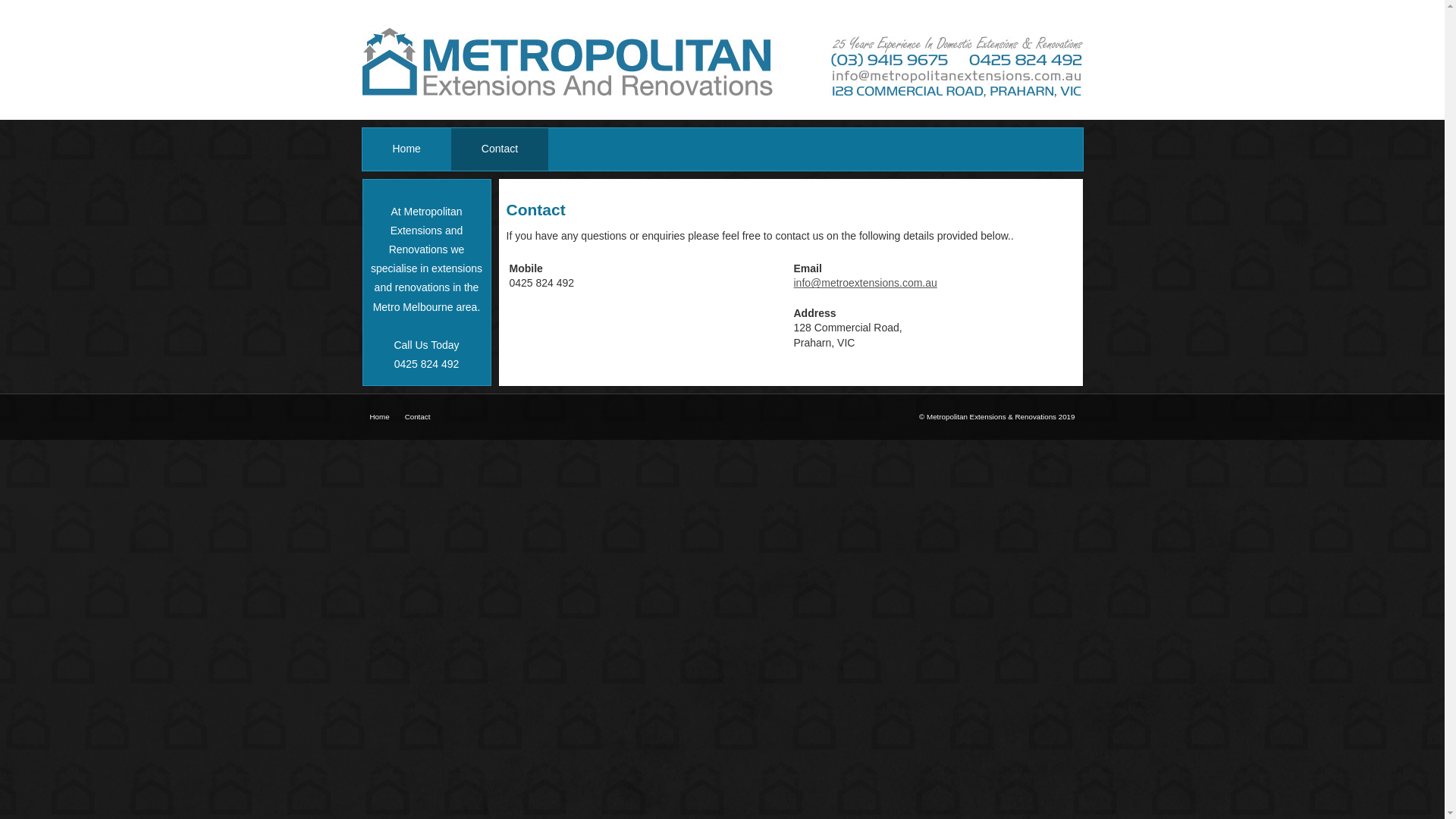  What do you see at coordinates (450, 149) in the screenshot?
I see `'Contact'` at bounding box center [450, 149].